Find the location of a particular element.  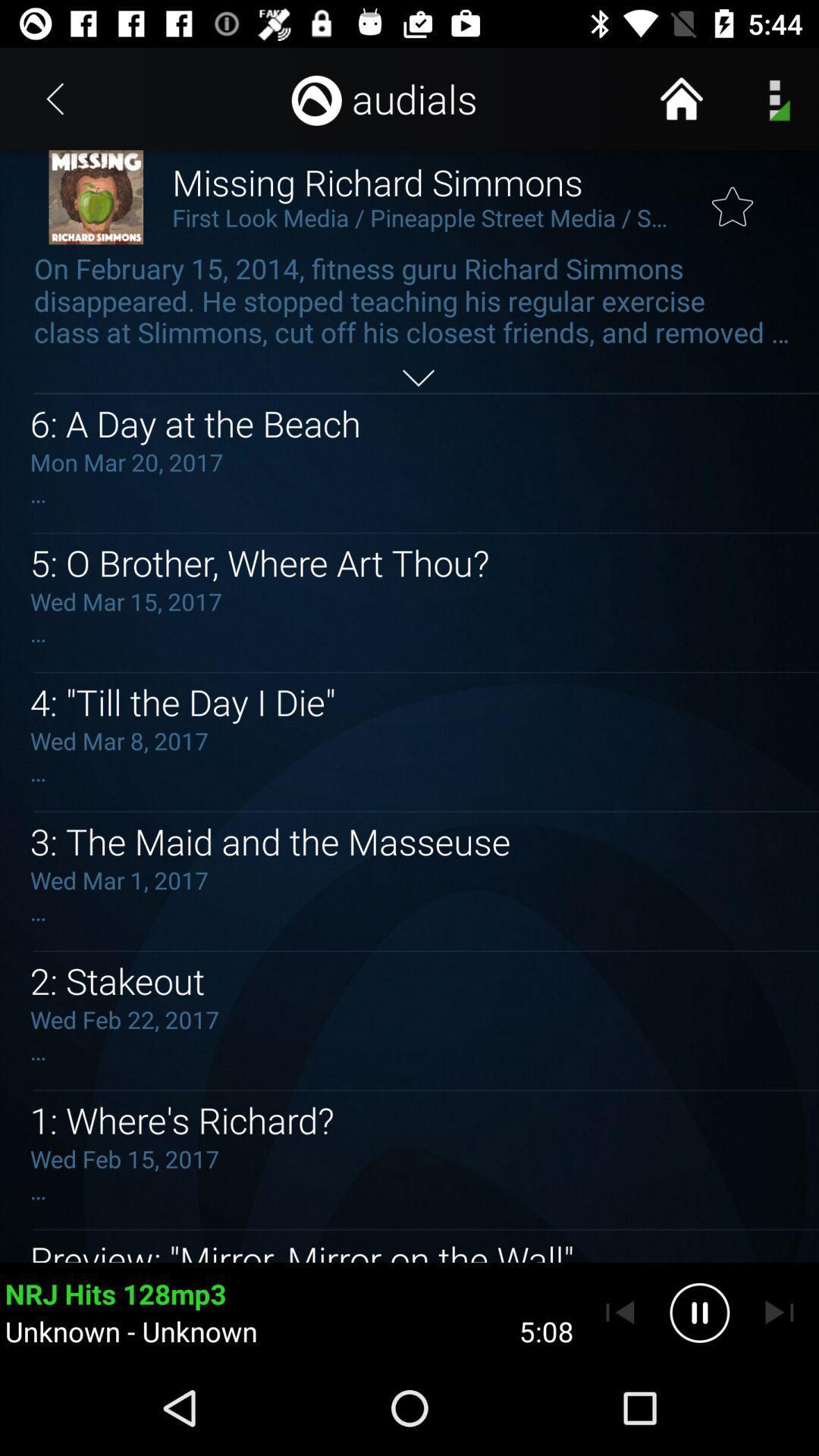

the posting is located at coordinates (732, 196).